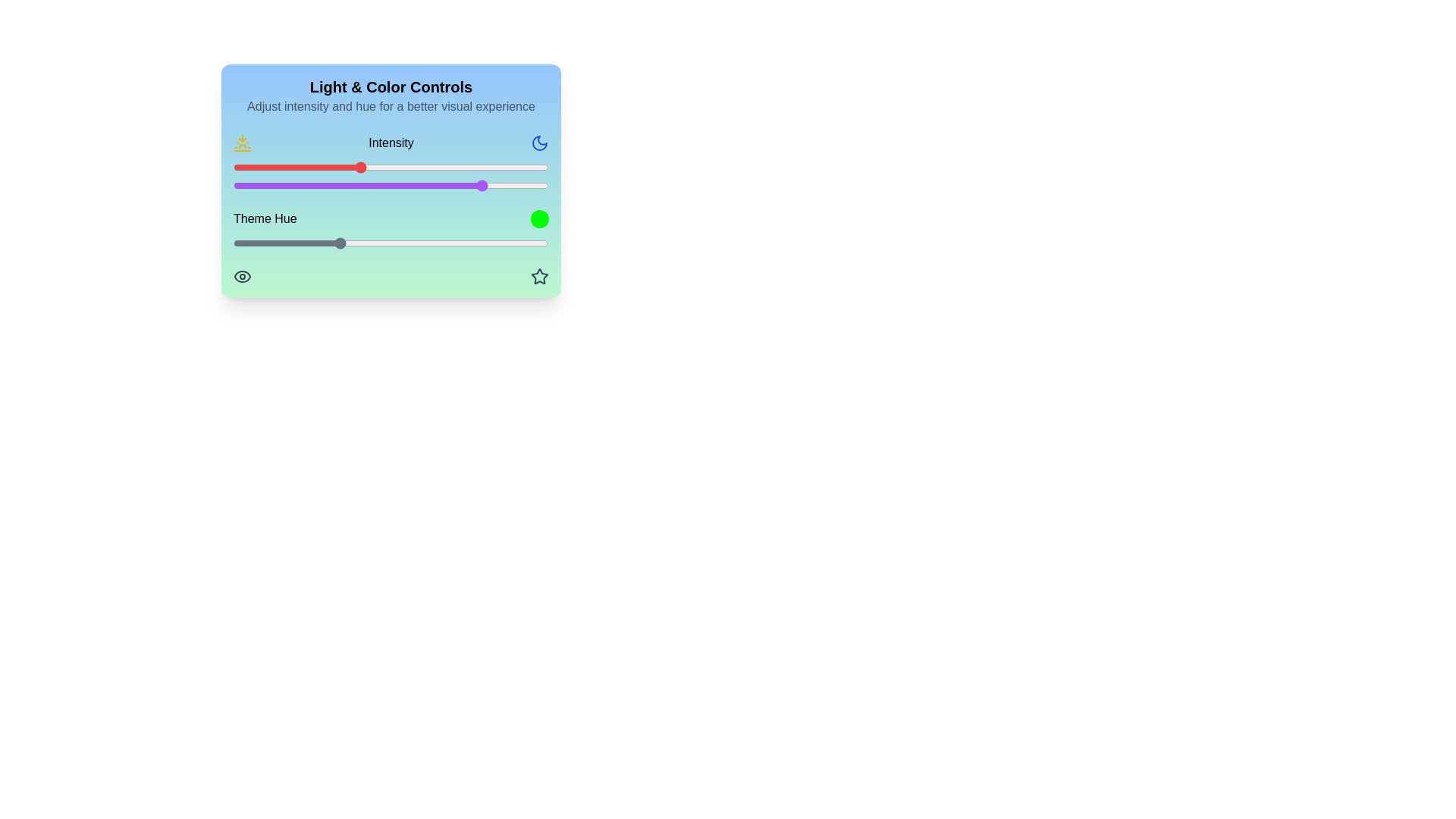 Image resolution: width=1456 pixels, height=819 pixels. What do you see at coordinates (391, 143) in the screenshot?
I see `the 'Intensity' text label, which is displayed in bold on a blue gradient background, located at the top of the 'Light & Color Controls' interface` at bounding box center [391, 143].